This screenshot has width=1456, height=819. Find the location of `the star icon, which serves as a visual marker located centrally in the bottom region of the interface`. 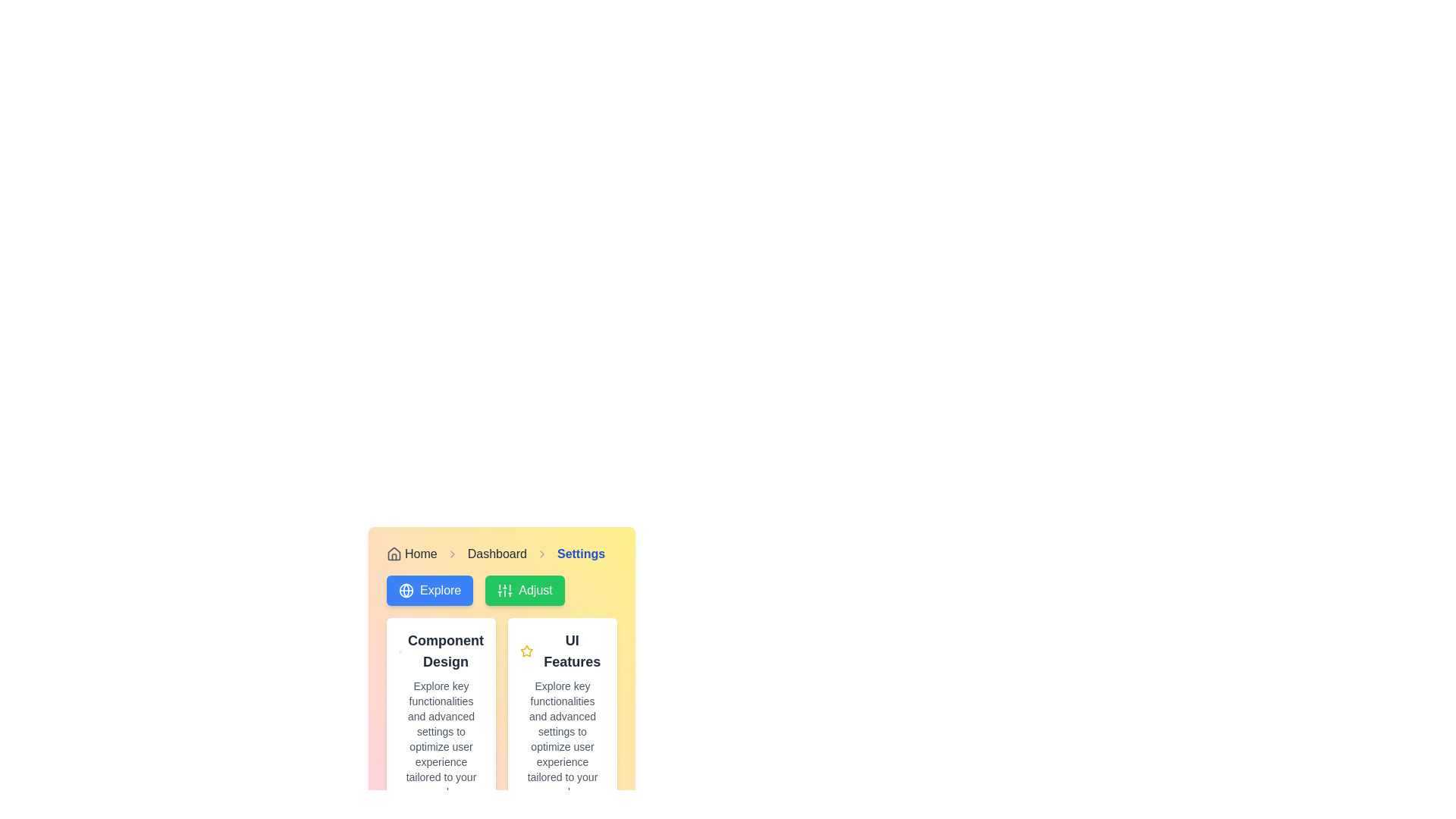

the star icon, which serves as a visual marker located centrally in the bottom region of the interface is located at coordinates (526, 650).